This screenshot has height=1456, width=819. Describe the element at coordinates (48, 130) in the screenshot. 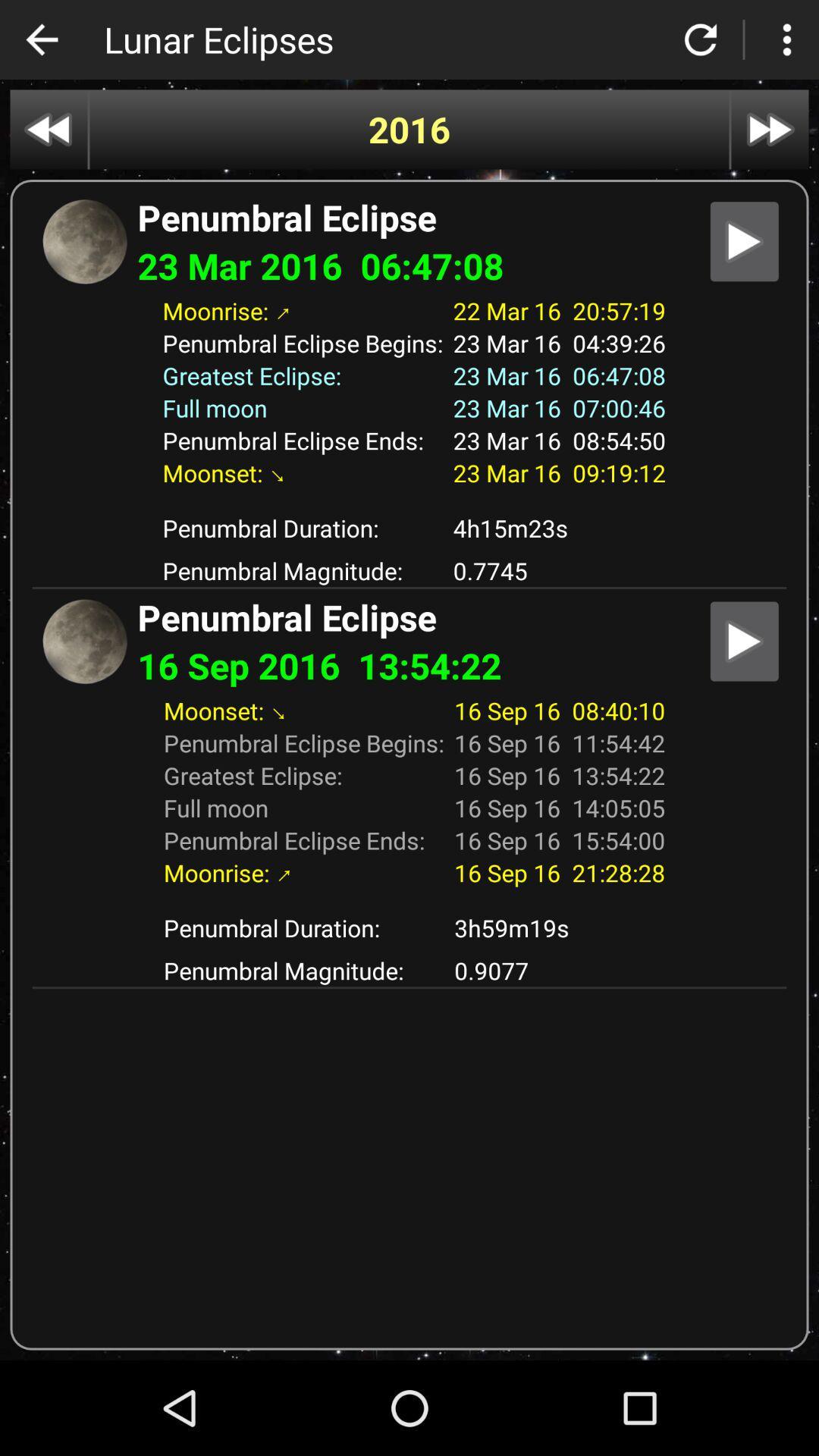

I see `back one year` at that location.